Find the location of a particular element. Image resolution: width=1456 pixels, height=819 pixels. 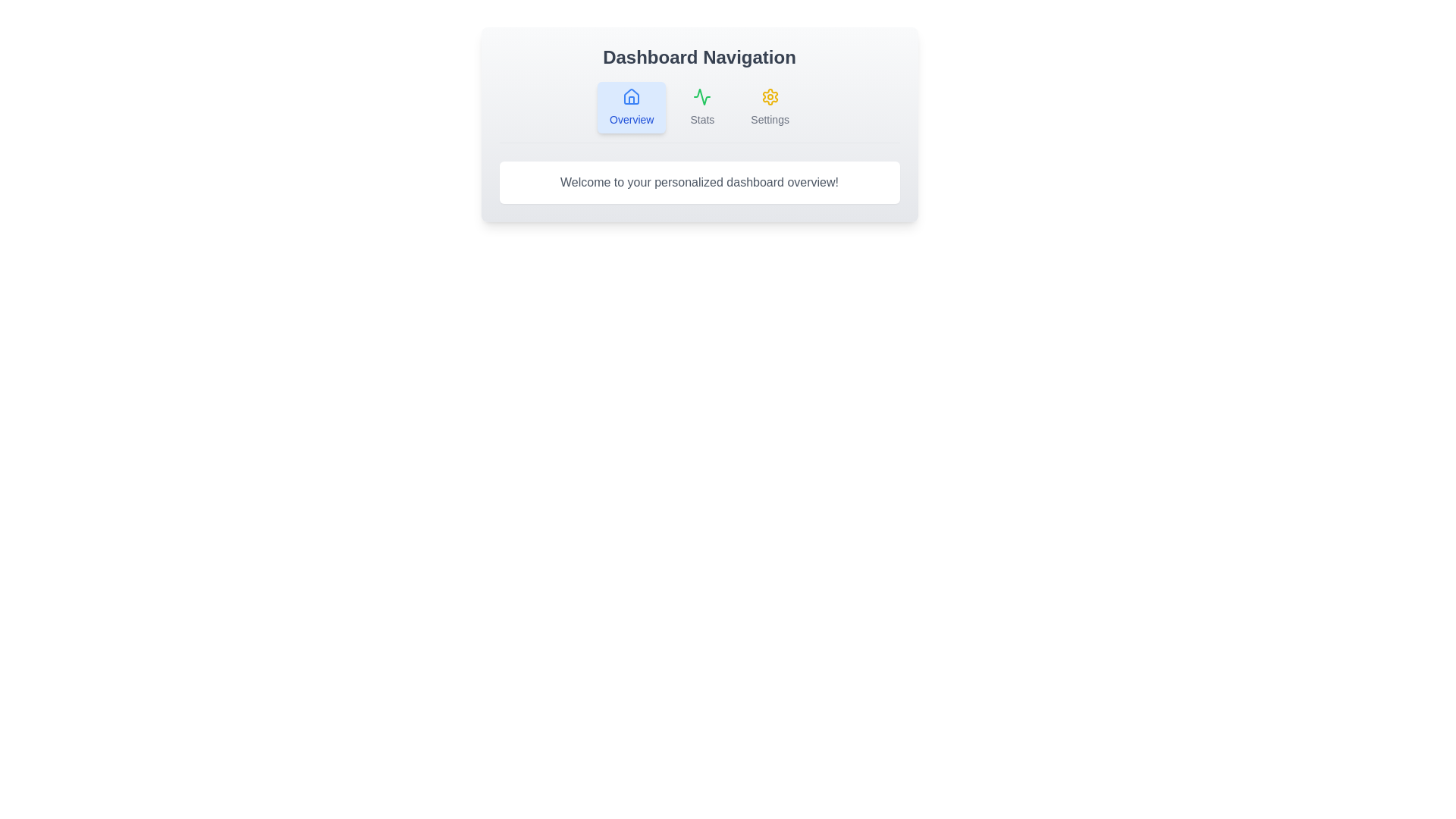

the Overview tab to navigate to its section is located at coordinates (632, 107).